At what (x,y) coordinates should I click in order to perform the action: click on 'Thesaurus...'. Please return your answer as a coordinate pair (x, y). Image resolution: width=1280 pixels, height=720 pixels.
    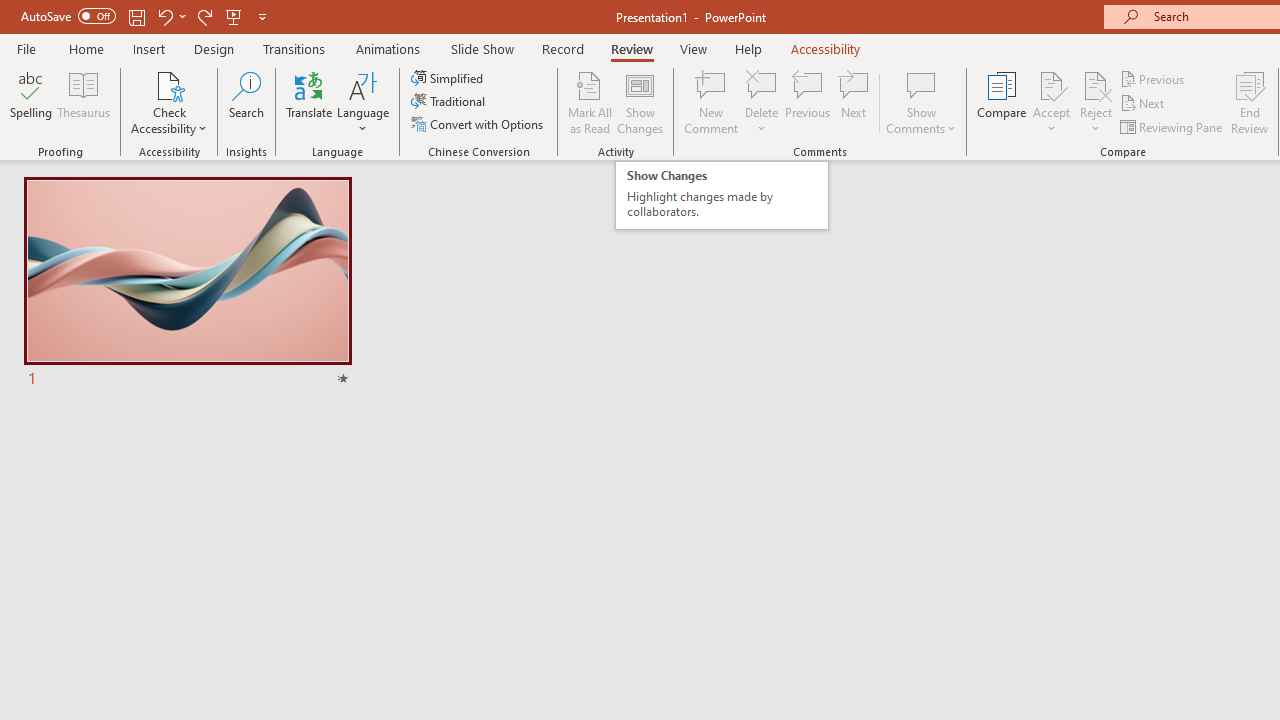
    Looking at the image, I should click on (82, 103).